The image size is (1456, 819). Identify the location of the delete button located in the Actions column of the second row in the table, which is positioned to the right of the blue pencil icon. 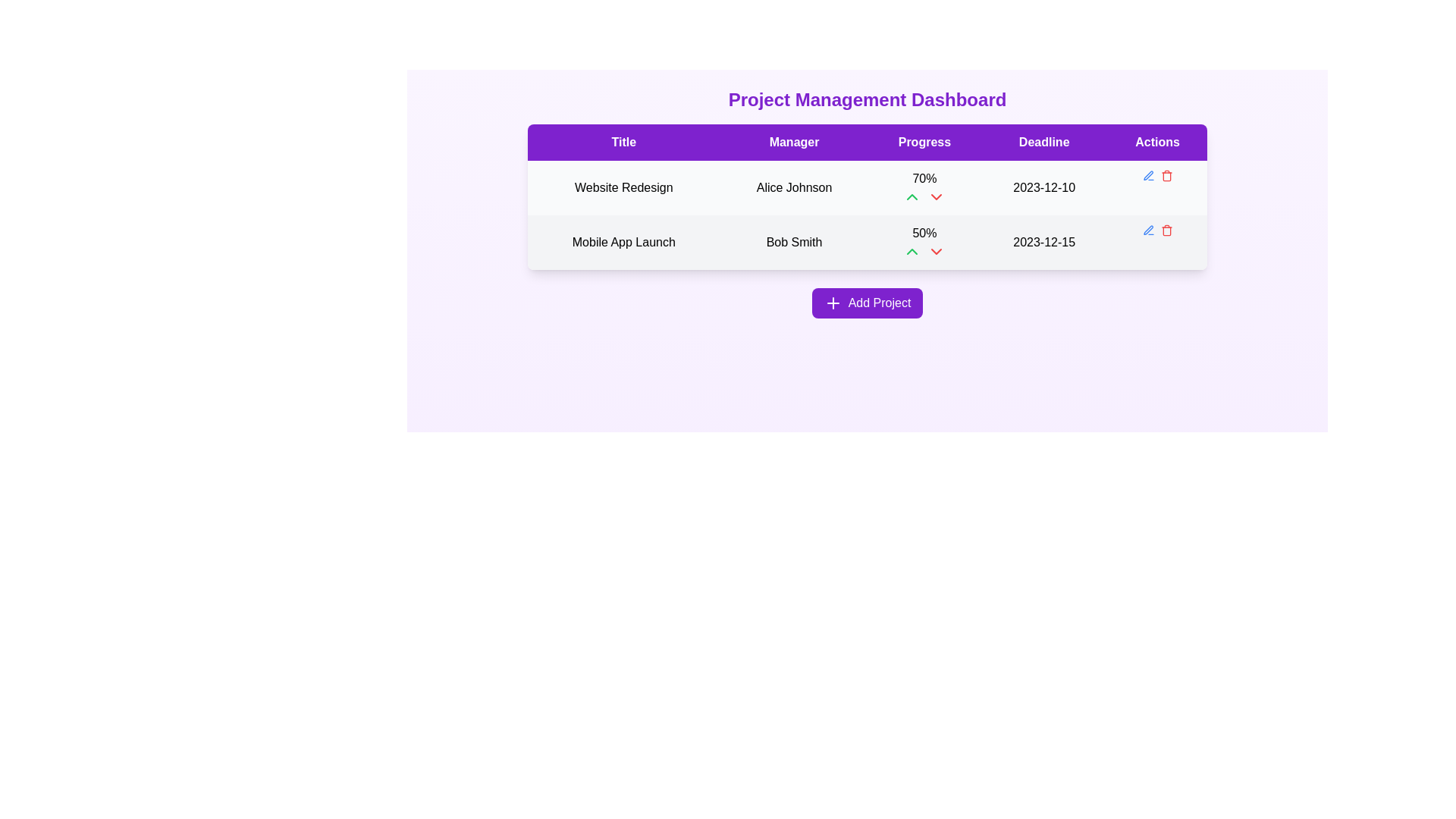
(1166, 231).